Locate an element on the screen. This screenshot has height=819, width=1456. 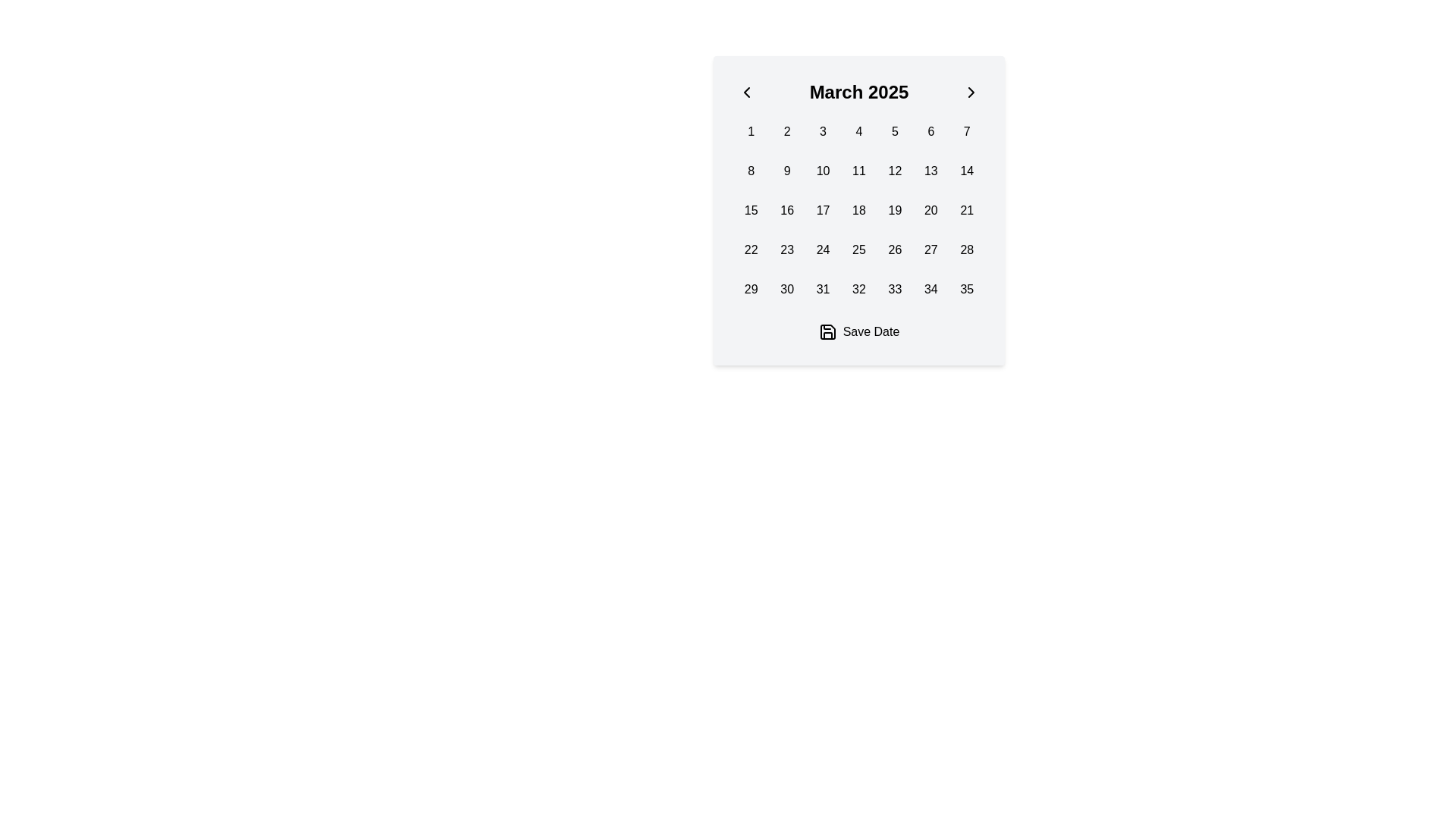
the rectangular button with rounded corners containing the numeral '7' is located at coordinates (966, 130).